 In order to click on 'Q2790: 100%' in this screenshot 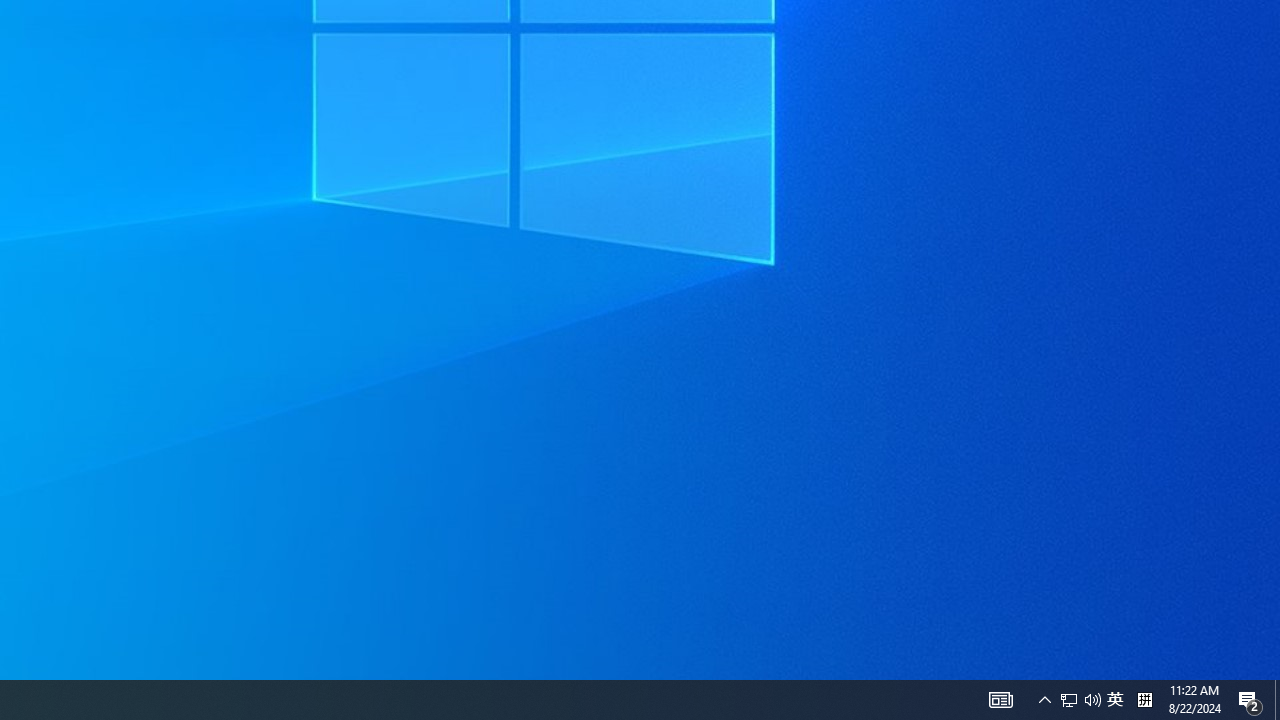, I will do `click(1144, 698)`.